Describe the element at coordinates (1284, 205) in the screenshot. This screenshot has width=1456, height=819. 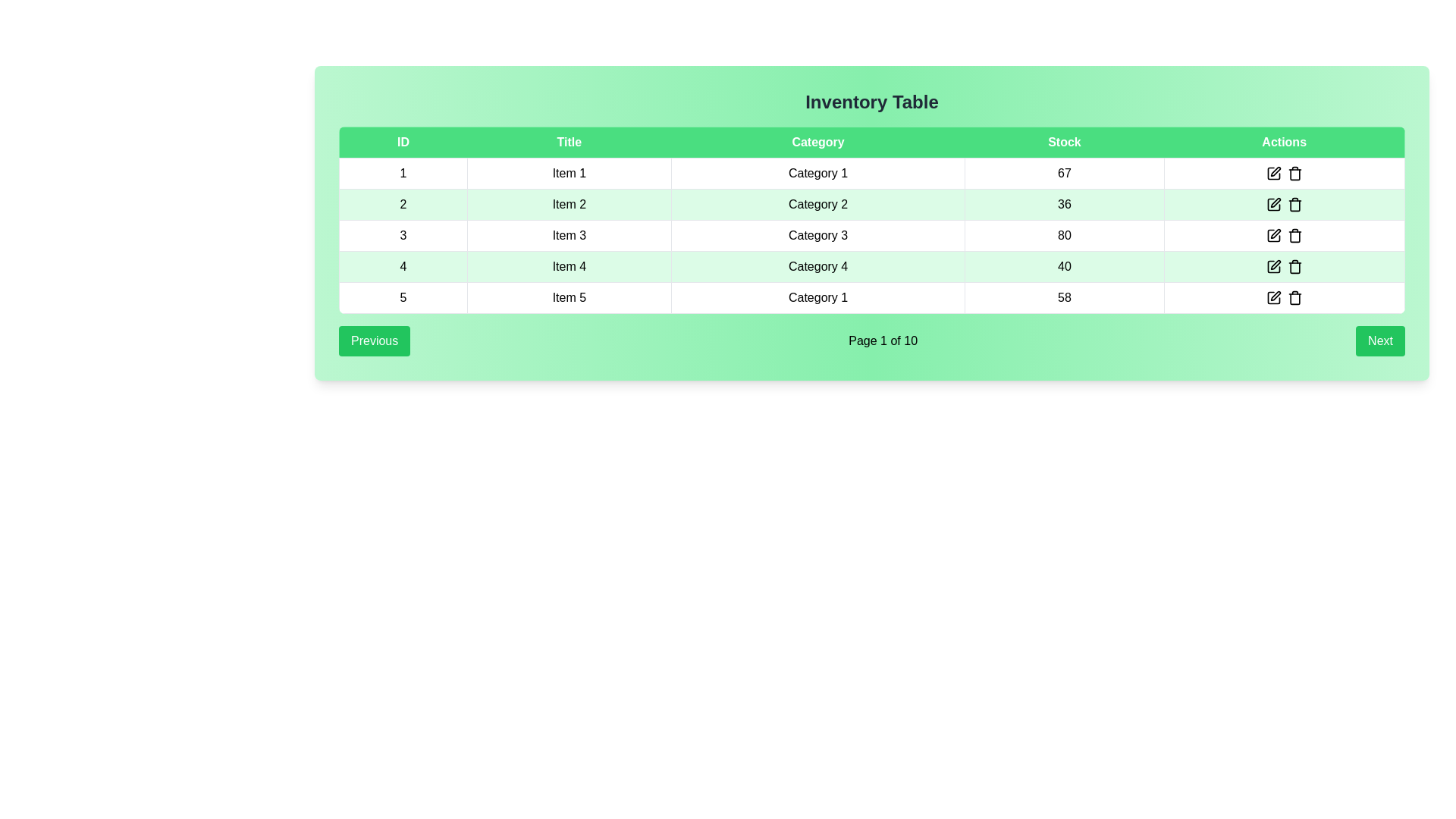
I see `the delete icon in the Action cell of the second row for 'Item 2' in the table, which contains interactive icons for editing and deleting row data` at that location.